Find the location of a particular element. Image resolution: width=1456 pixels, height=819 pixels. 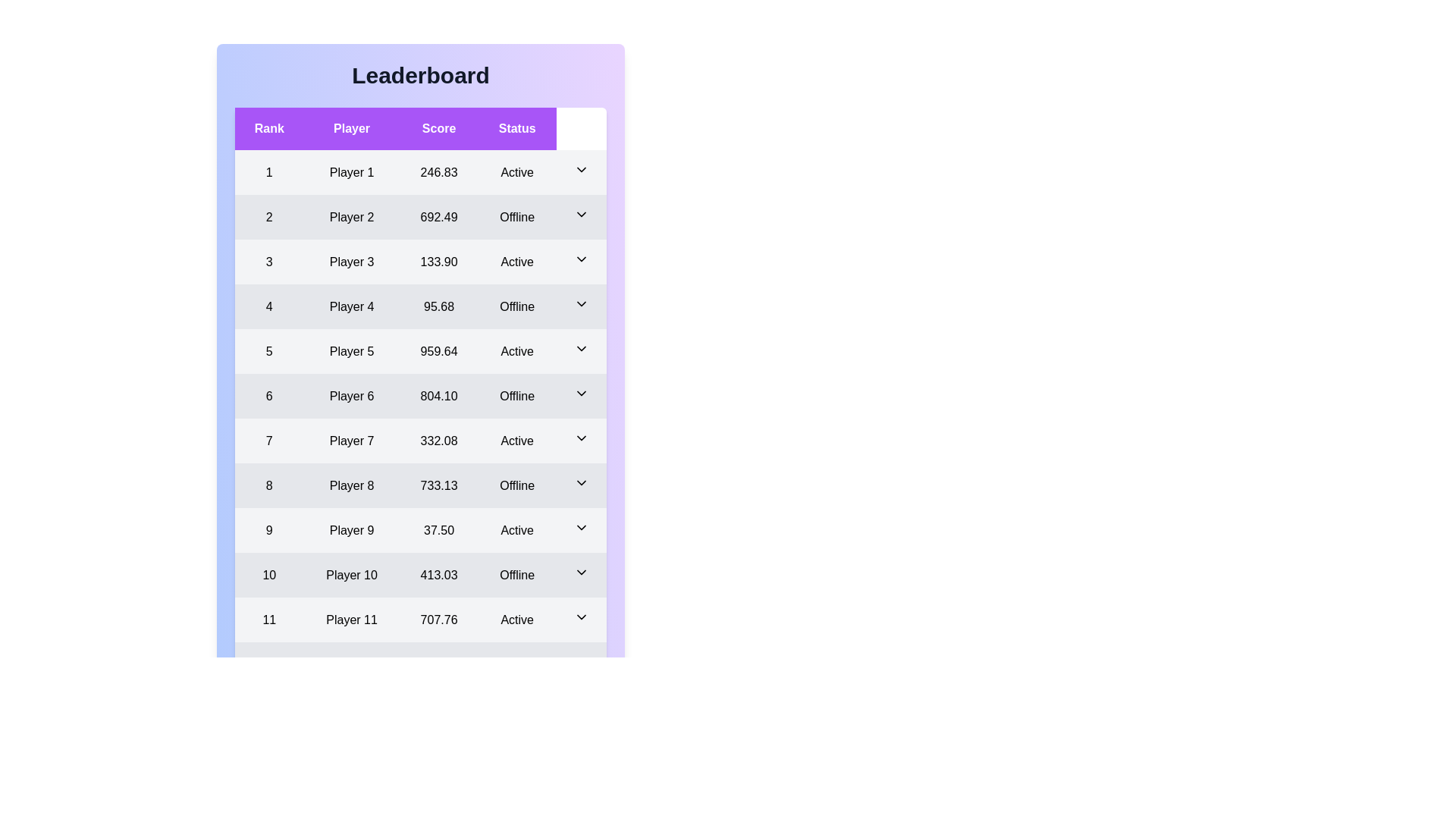

the column header Player to sort the leaderboard is located at coordinates (351, 127).